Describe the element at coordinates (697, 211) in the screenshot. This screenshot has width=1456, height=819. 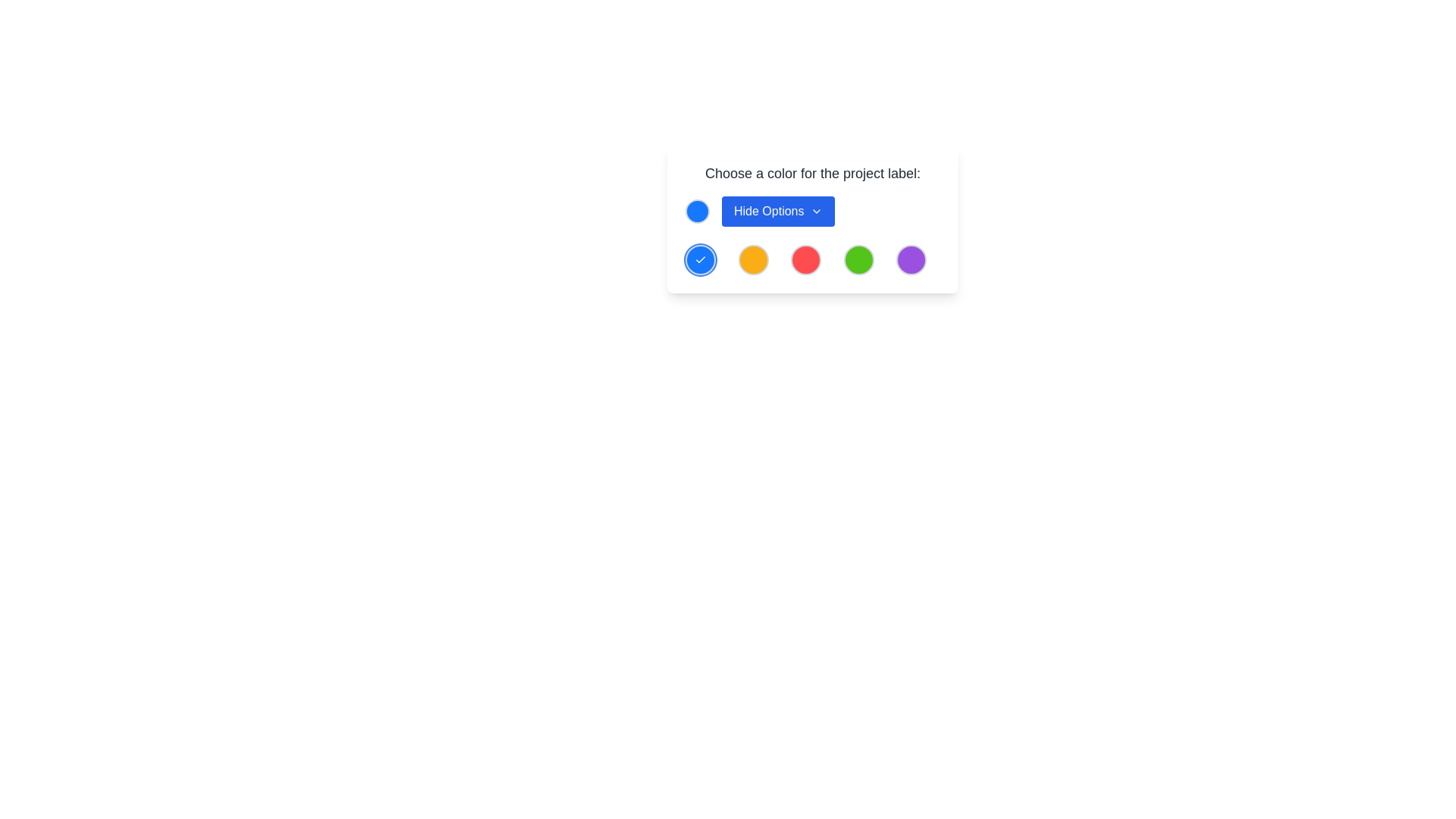
I see `the blue circular indicator with a light gray border, which is part of a color selection interface, located to the left of the 'Hide Options' button` at that location.